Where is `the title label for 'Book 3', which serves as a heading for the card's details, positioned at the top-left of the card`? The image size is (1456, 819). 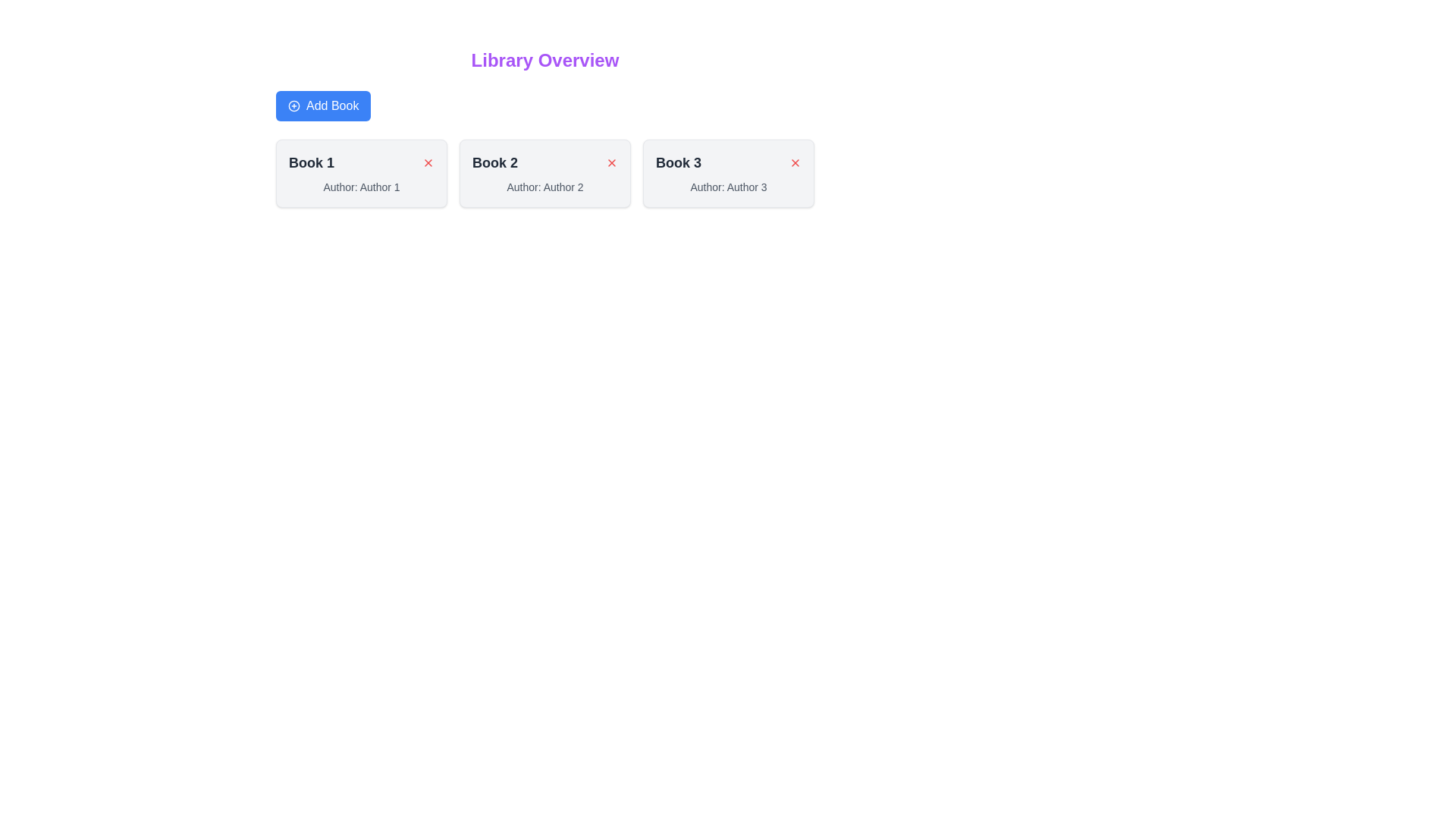
the title label for 'Book 3', which serves as a heading for the card's details, positioned at the top-left of the card is located at coordinates (678, 163).